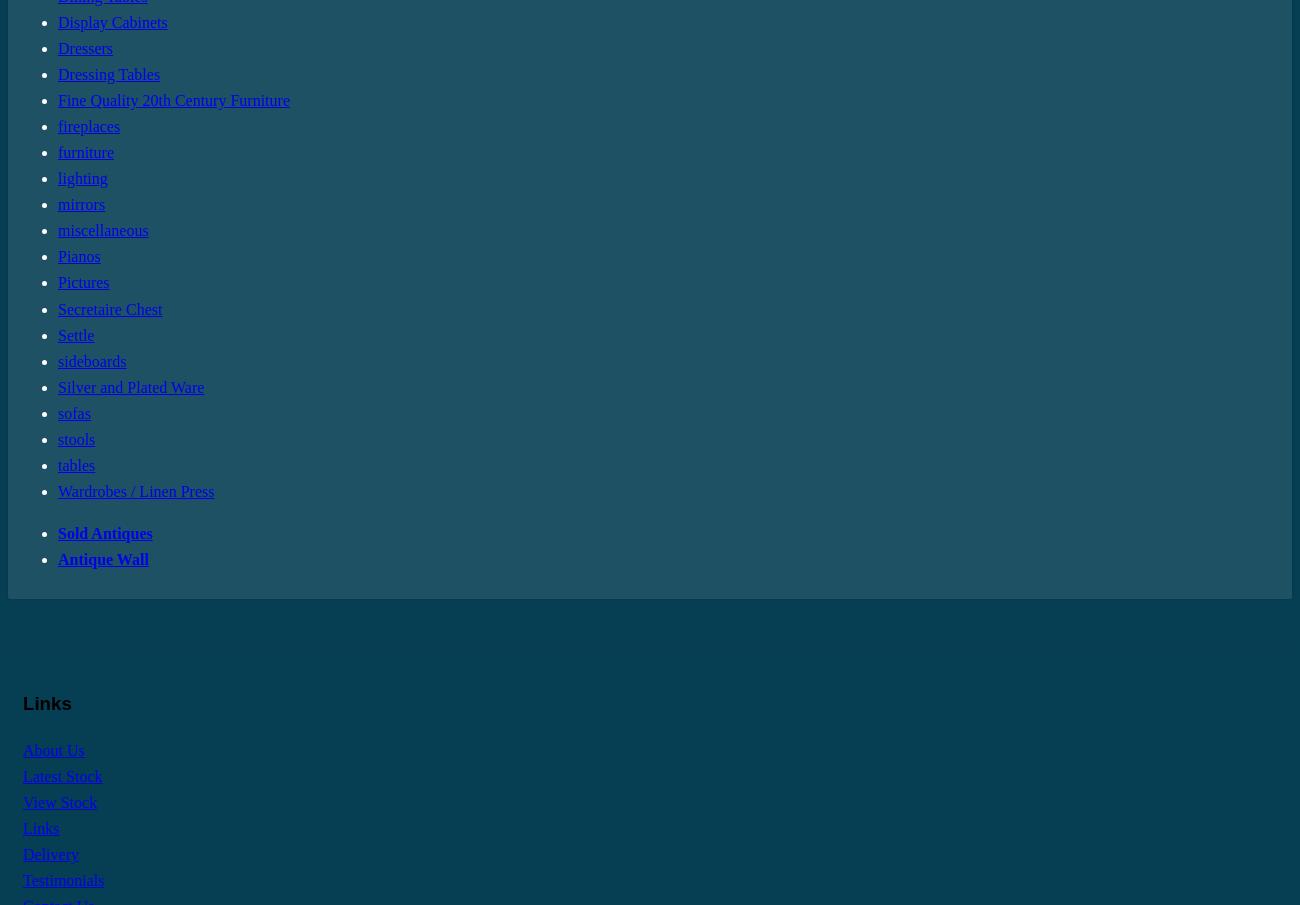 This screenshot has height=905, width=1300. What do you see at coordinates (102, 558) in the screenshot?
I see `'Antique Wall'` at bounding box center [102, 558].